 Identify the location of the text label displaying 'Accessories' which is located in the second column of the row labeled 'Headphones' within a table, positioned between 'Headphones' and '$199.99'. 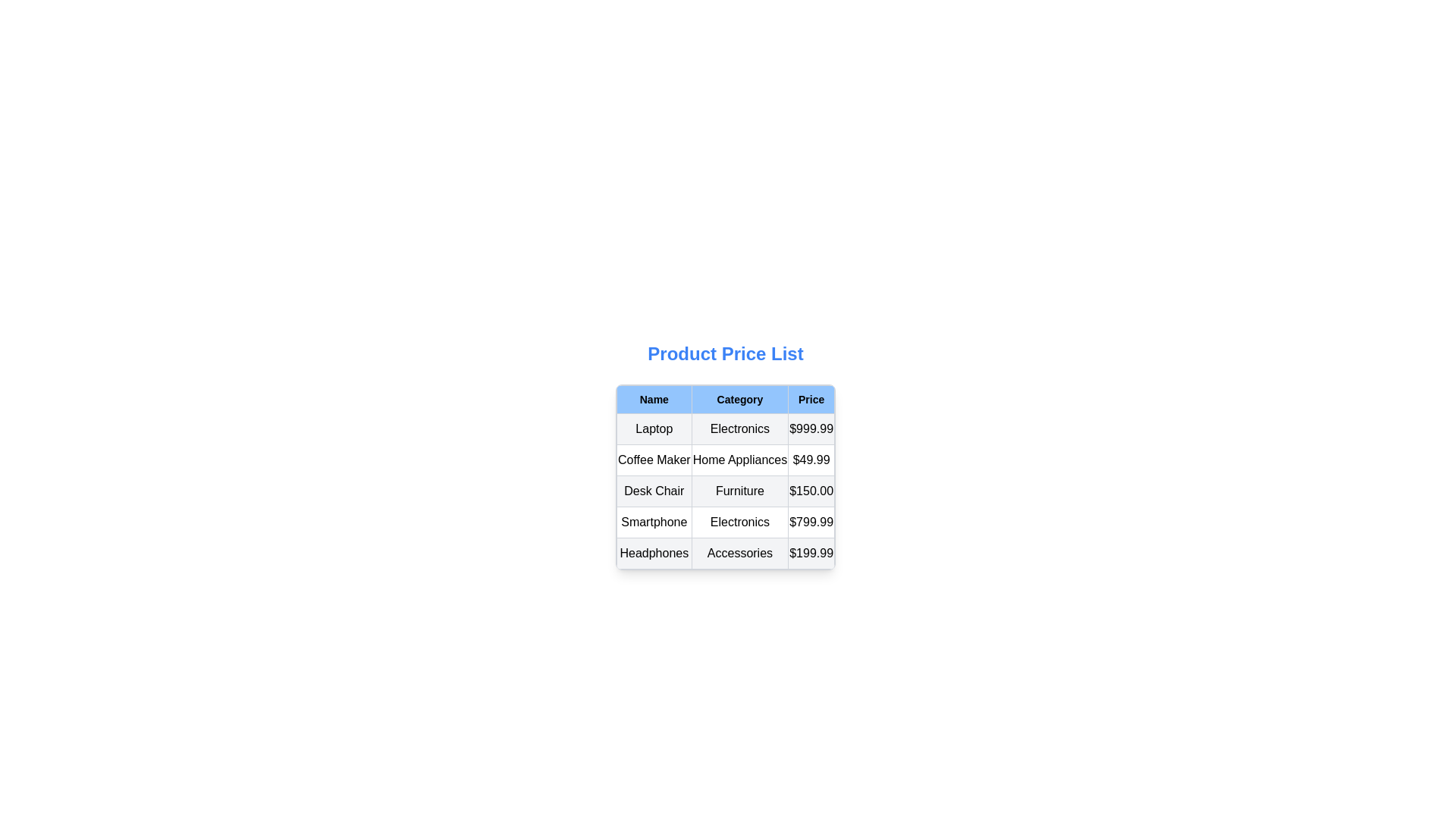
(739, 553).